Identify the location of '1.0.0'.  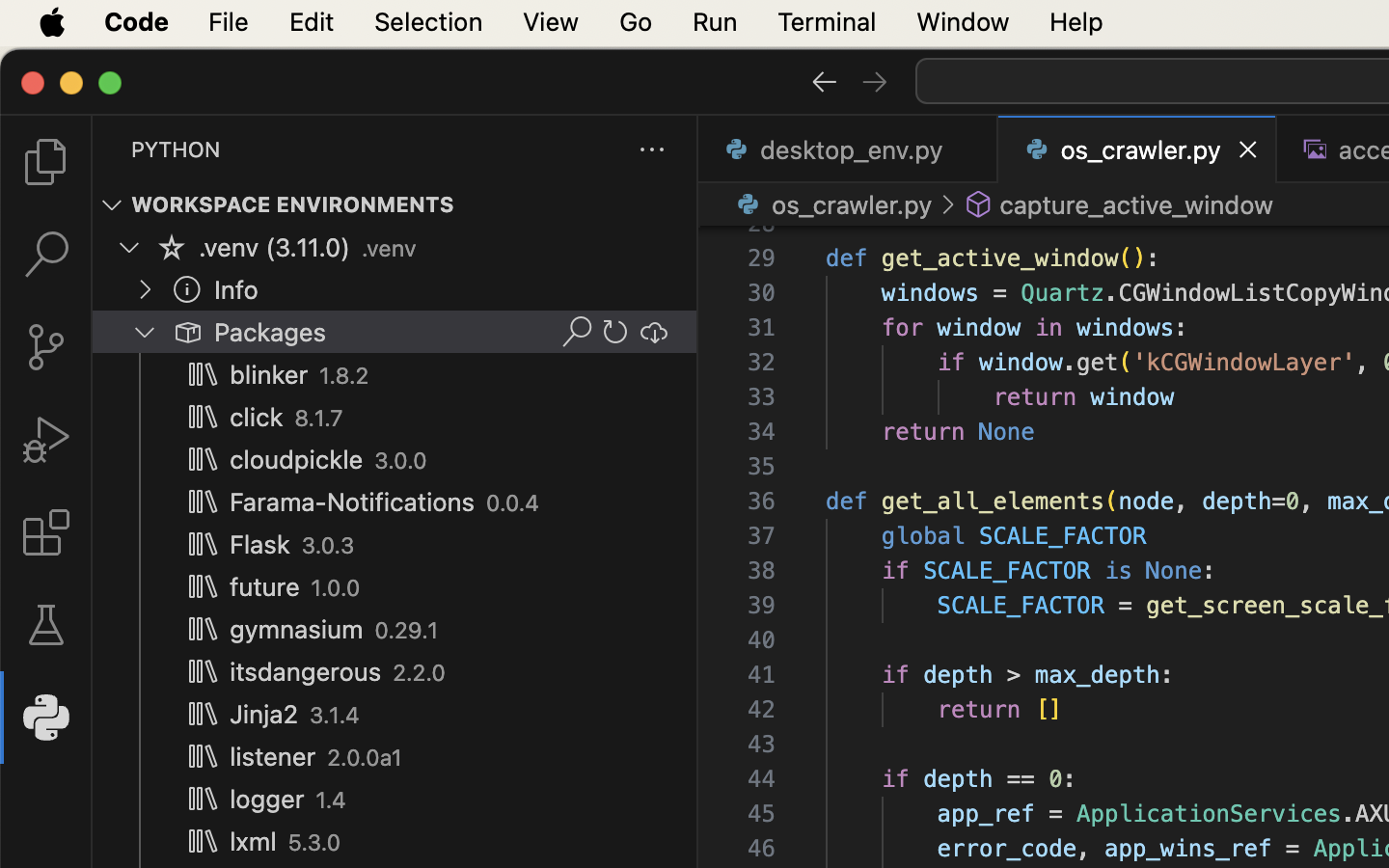
(336, 588).